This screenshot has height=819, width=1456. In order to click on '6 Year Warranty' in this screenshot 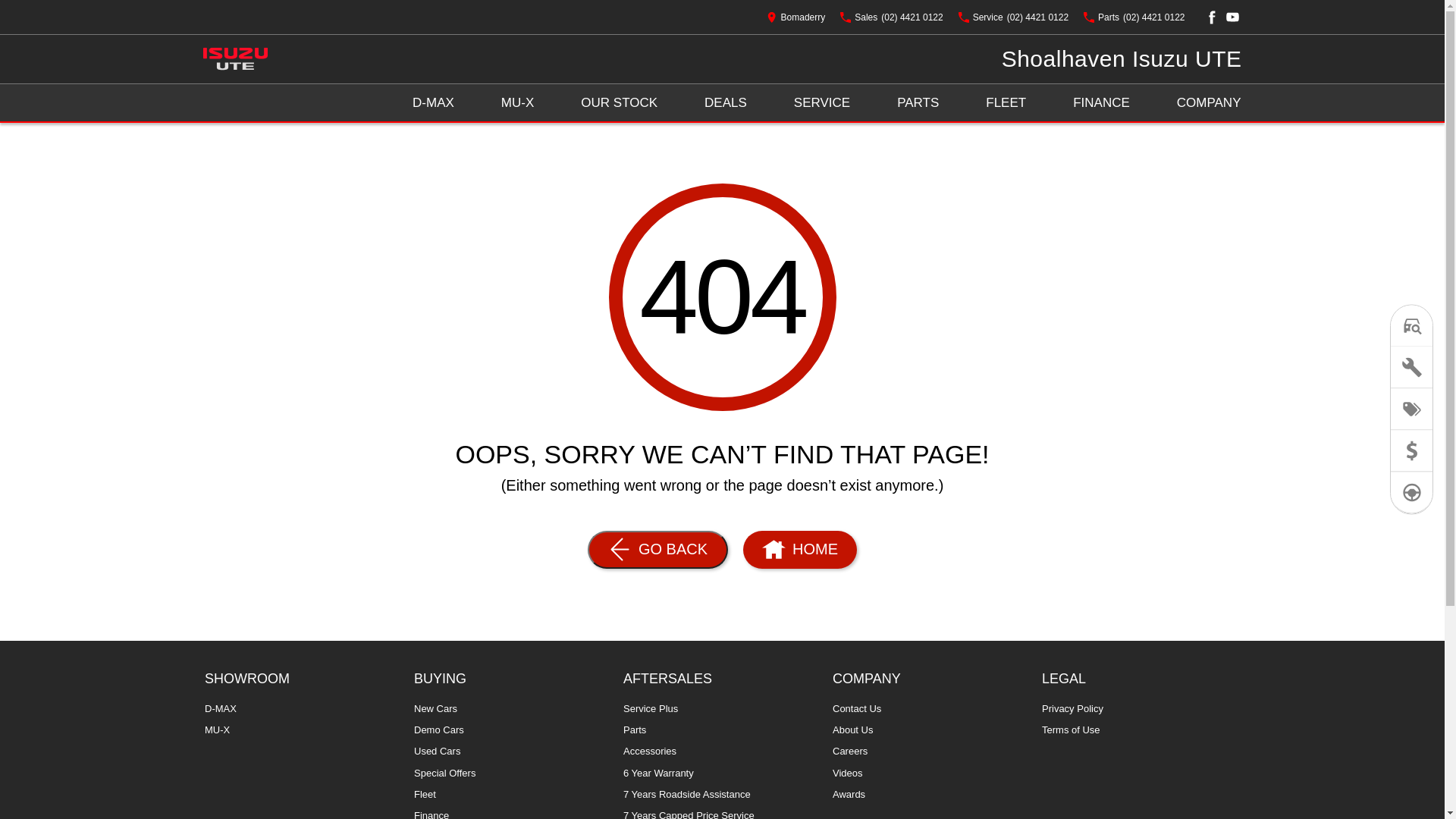, I will do `click(658, 777)`.